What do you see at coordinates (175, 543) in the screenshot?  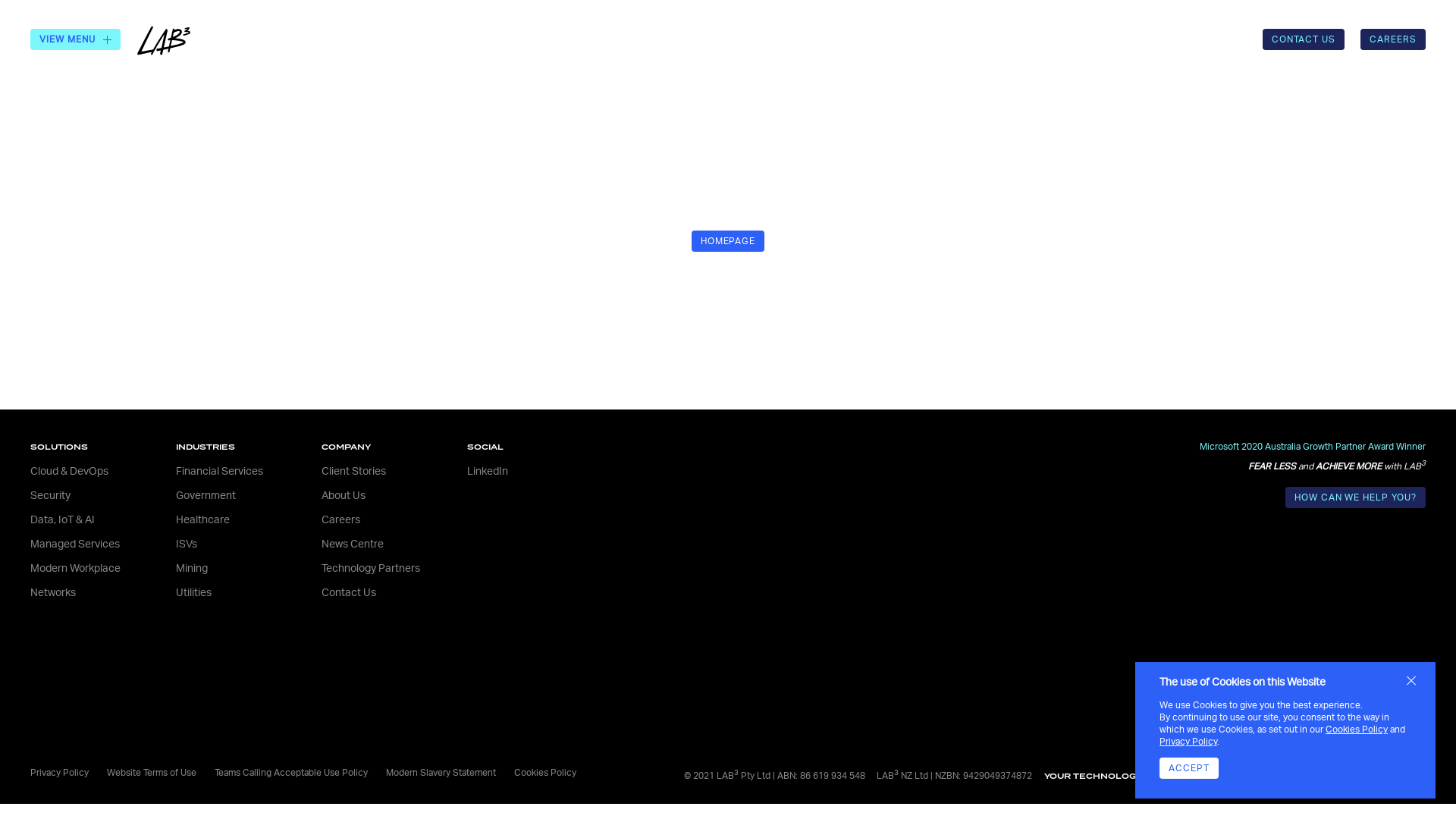 I see `'ISVs'` at bounding box center [175, 543].